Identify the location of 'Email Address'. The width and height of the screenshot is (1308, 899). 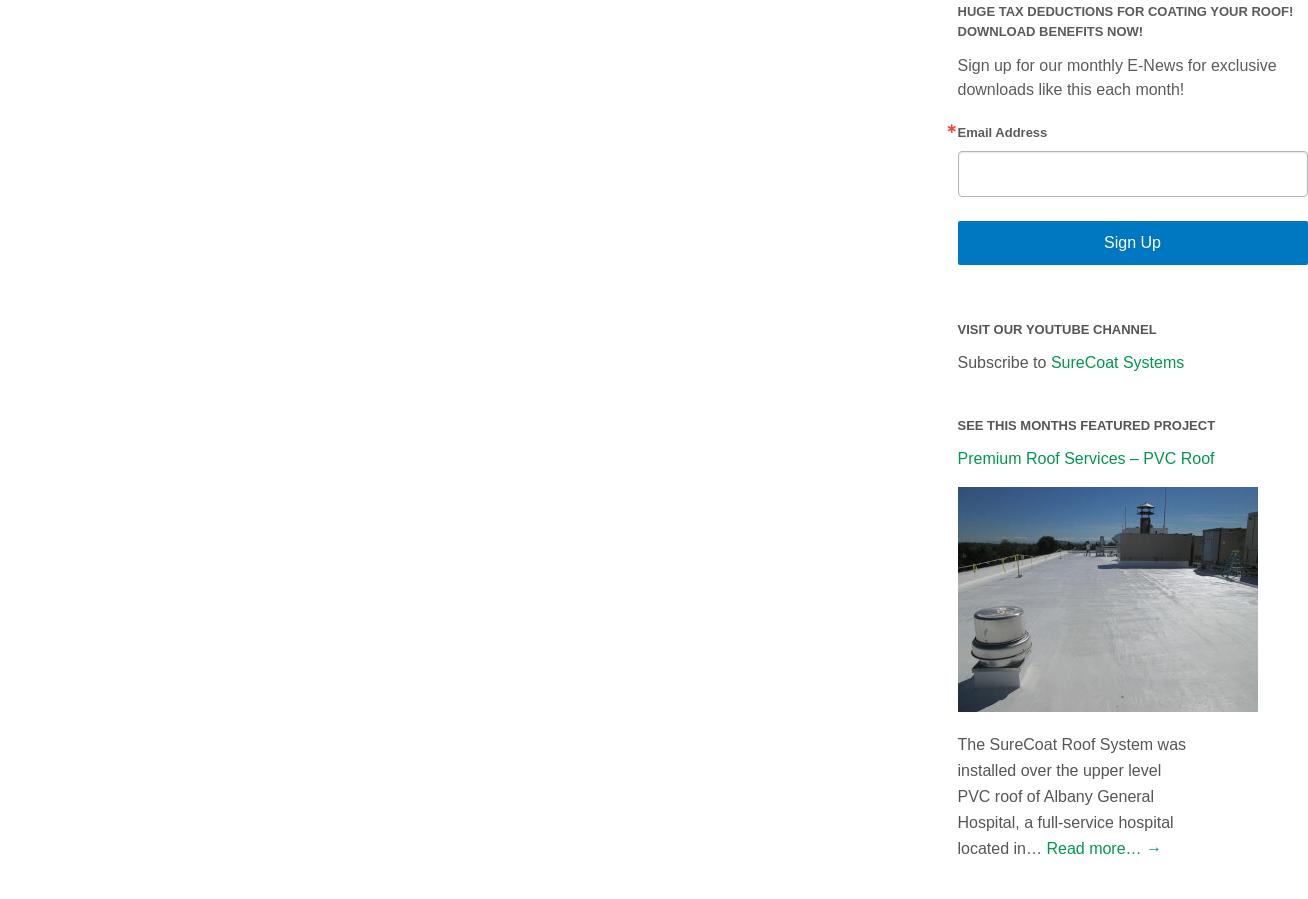
(1002, 130).